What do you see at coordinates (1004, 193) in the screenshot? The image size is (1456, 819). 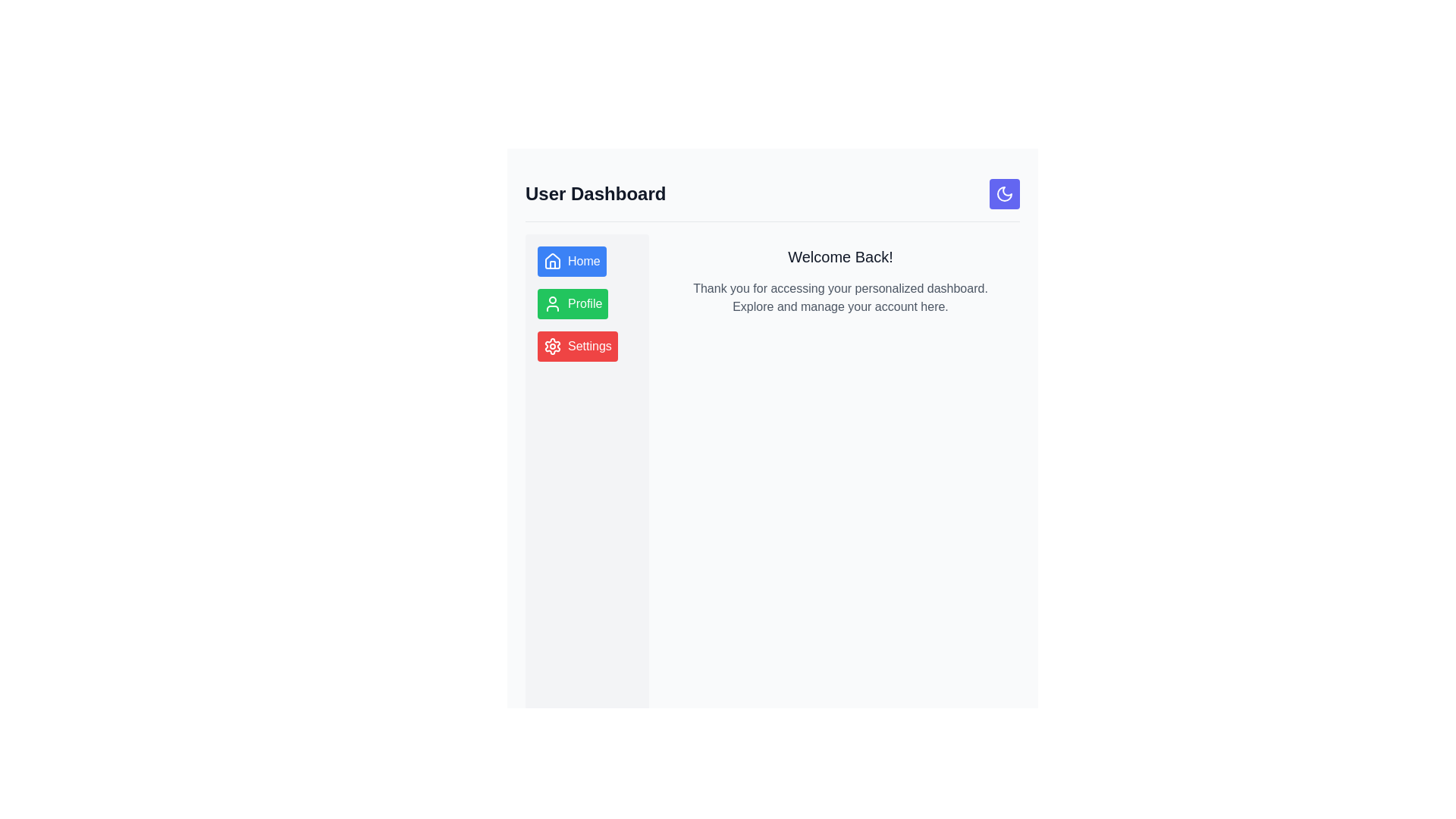 I see `the button in the top-right corner of the User Dashboard` at bounding box center [1004, 193].